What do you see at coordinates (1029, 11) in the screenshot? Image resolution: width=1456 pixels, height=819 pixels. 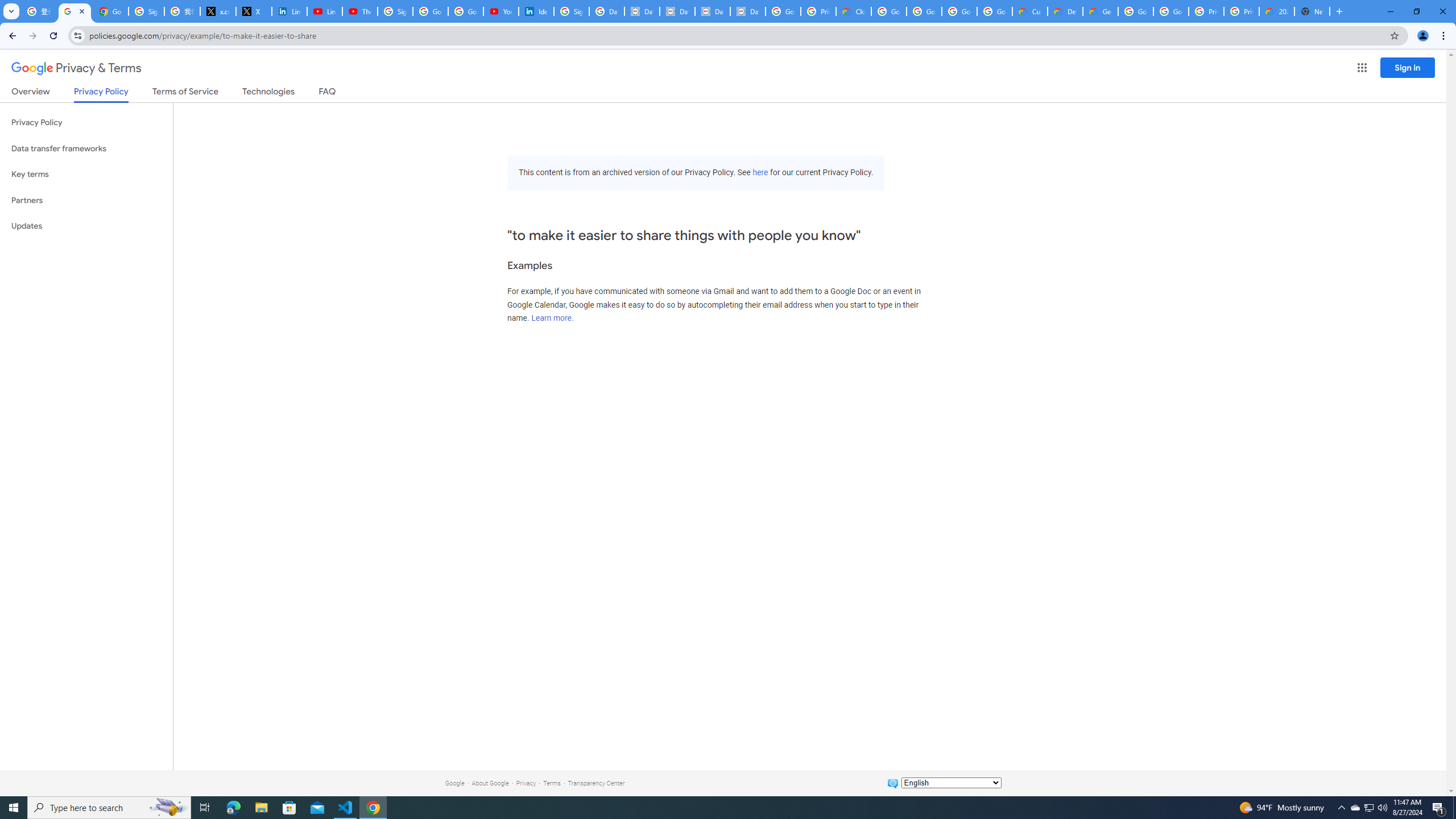 I see `'Customer Care | Google Cloud'` at bounding box center [1029, 11].